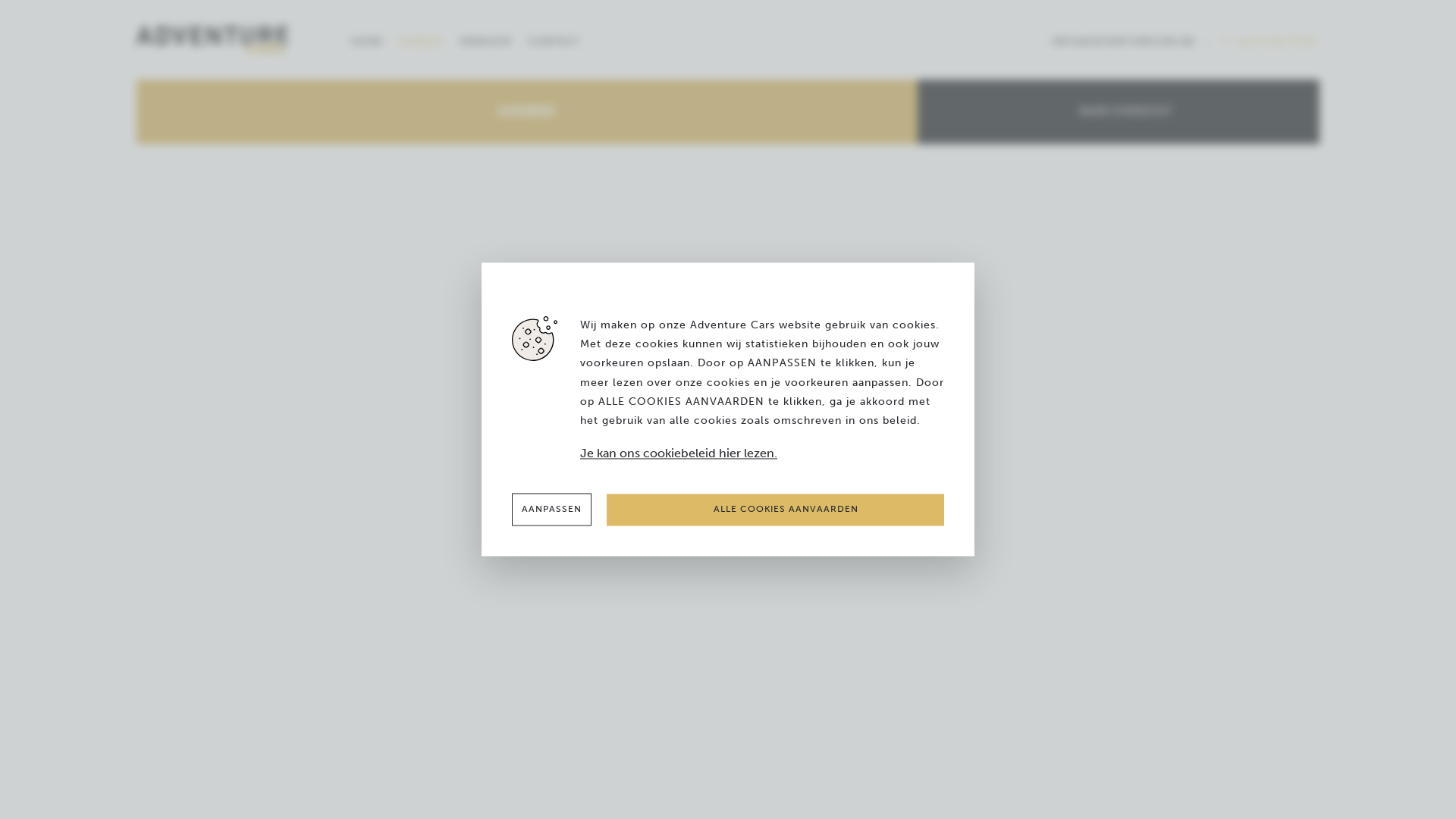  Describe the element at coordinates (421, 39) in the screenshot. I see `'AANBOD'` at that location.